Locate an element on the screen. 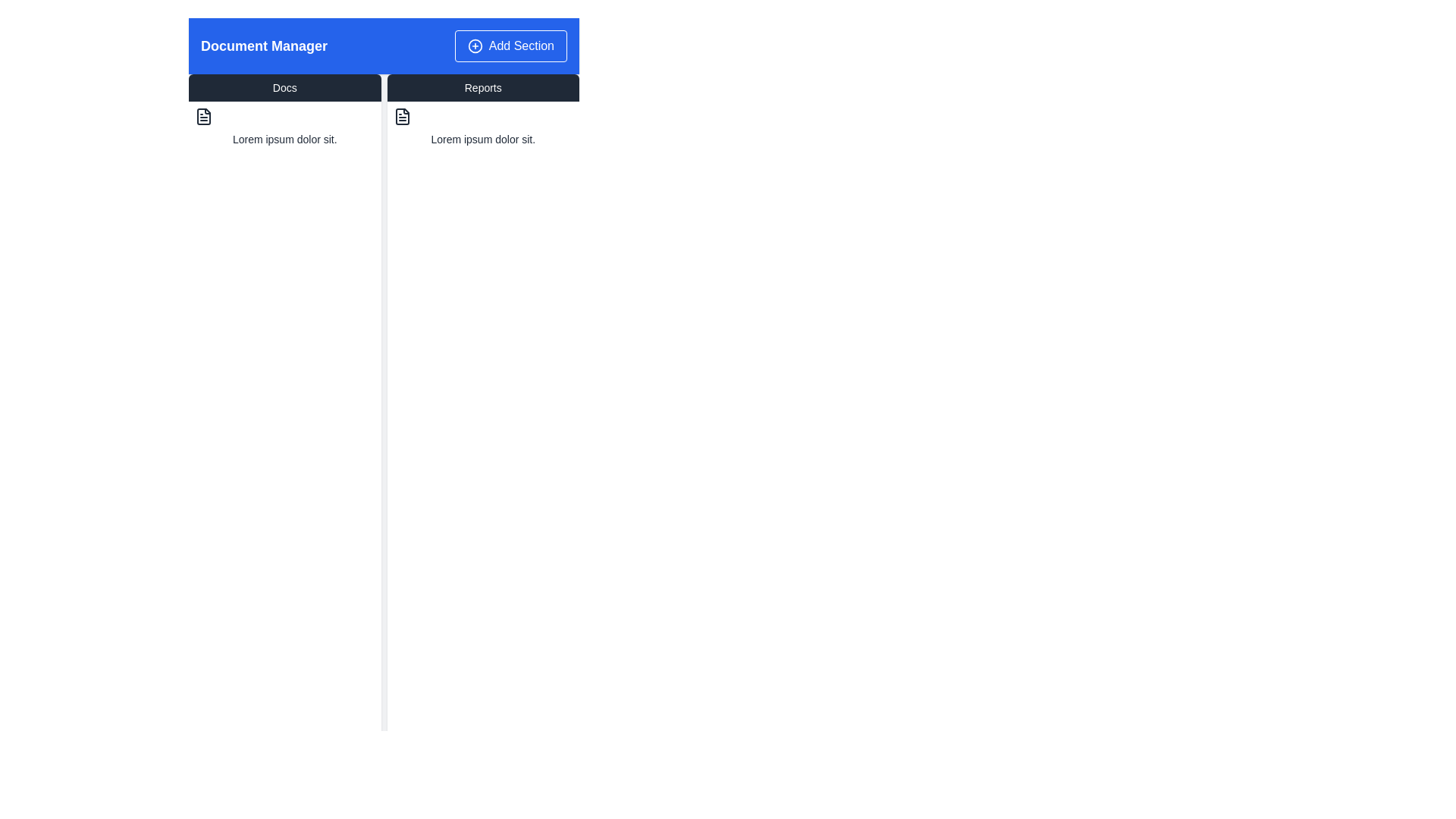 The width and height of the screenshot is (1456, 819). the 'Document Manager' text label, which is a bold, large font label in white on a blue background, positioned on the left side of the header bar is located at coordinates (264, 45).